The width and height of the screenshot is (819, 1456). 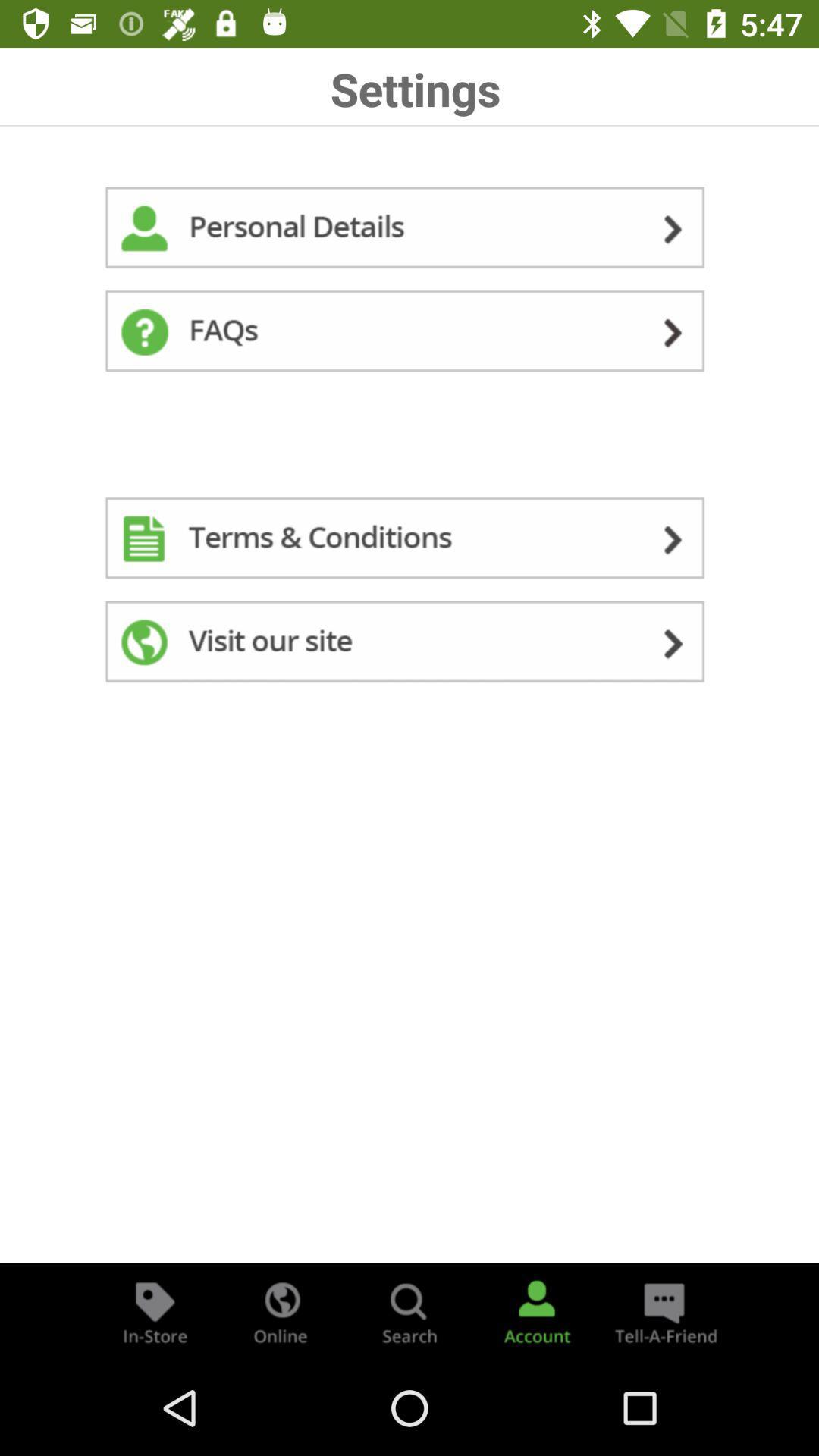 I want to click on online store purchases, so click(x=281, y=1310).